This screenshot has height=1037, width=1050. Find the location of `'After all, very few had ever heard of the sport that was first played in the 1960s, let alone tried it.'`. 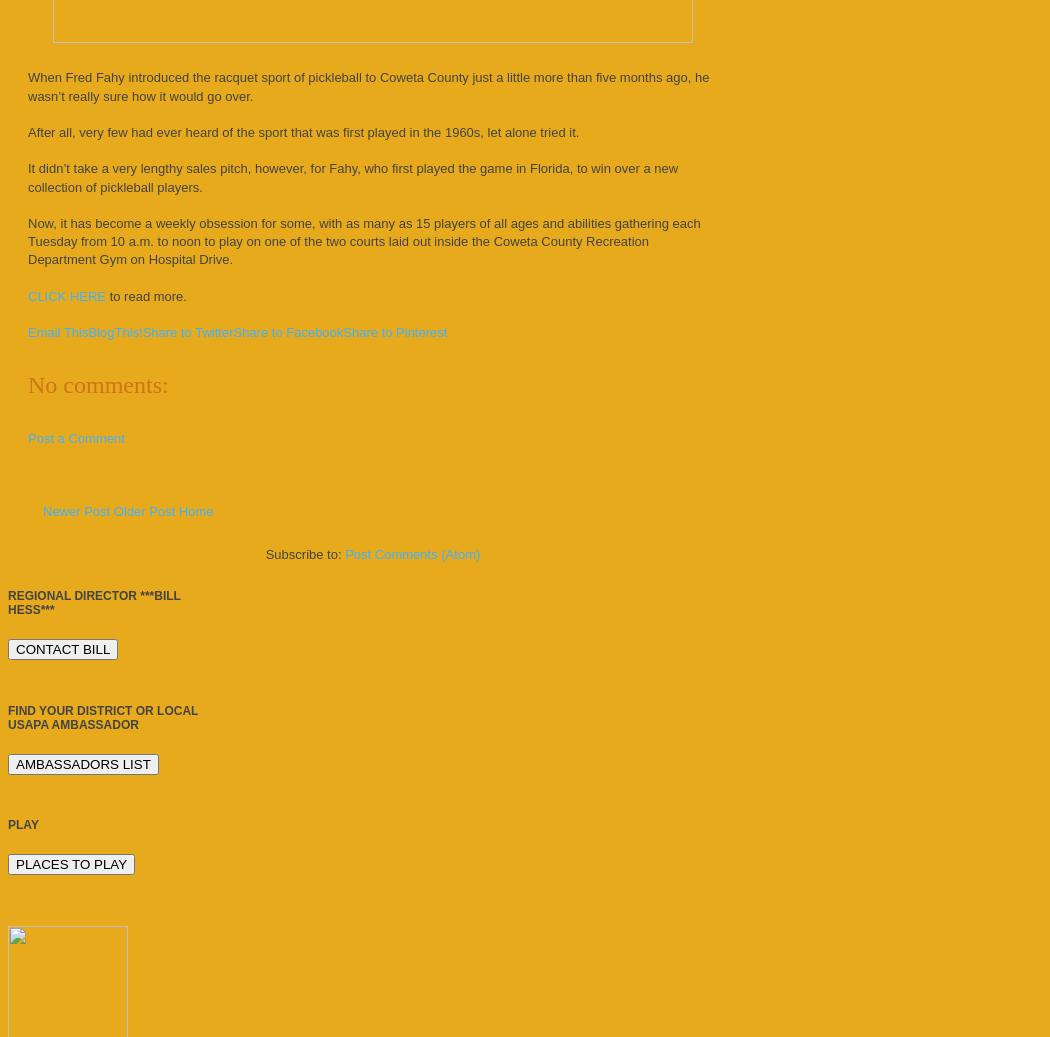

'After all, very few had ever heard of the sport that was first played in the 1960s, let alone tried it.' is located at coordinates (303, 130).